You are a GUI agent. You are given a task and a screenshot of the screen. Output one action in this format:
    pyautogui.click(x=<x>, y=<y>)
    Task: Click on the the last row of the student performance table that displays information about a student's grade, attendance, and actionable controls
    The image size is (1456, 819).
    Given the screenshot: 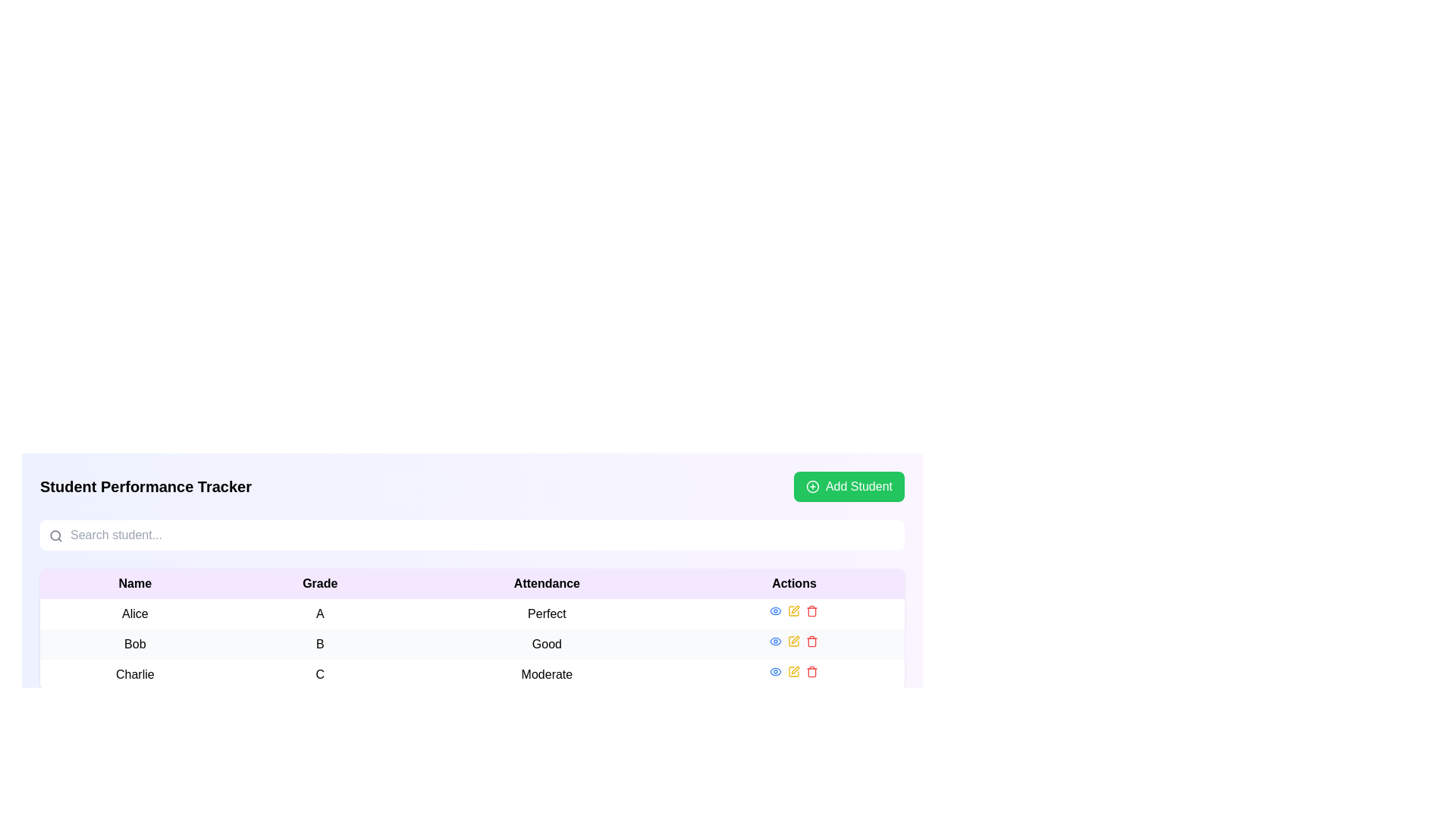 What is the action you would take?
    pyautogui.click(x=472, y=674)
    